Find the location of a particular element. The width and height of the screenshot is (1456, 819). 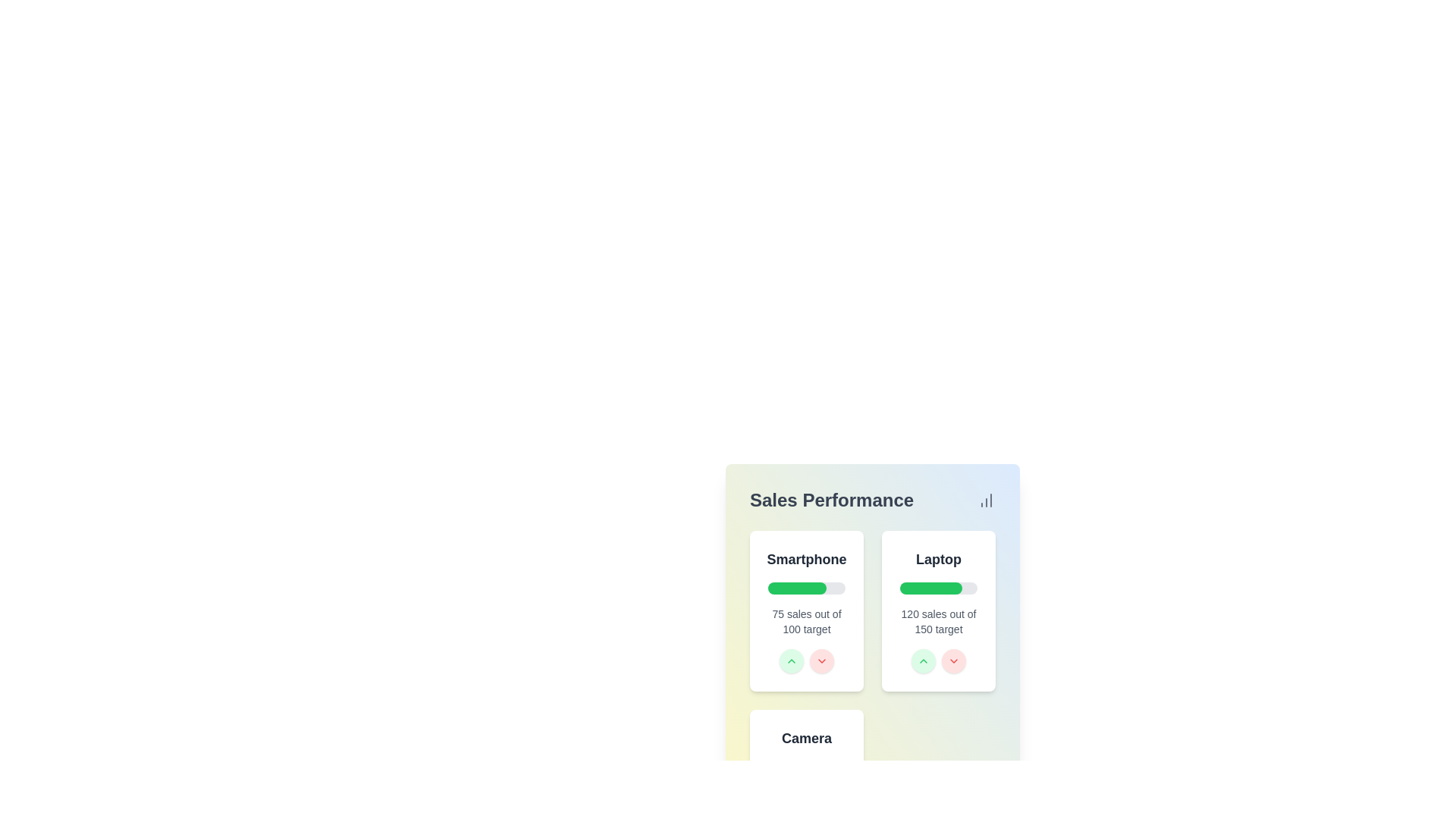

the green progress indicator located below the 'Laptop' title in the 'Sales Performance' section is located at coordinates (930, 587).